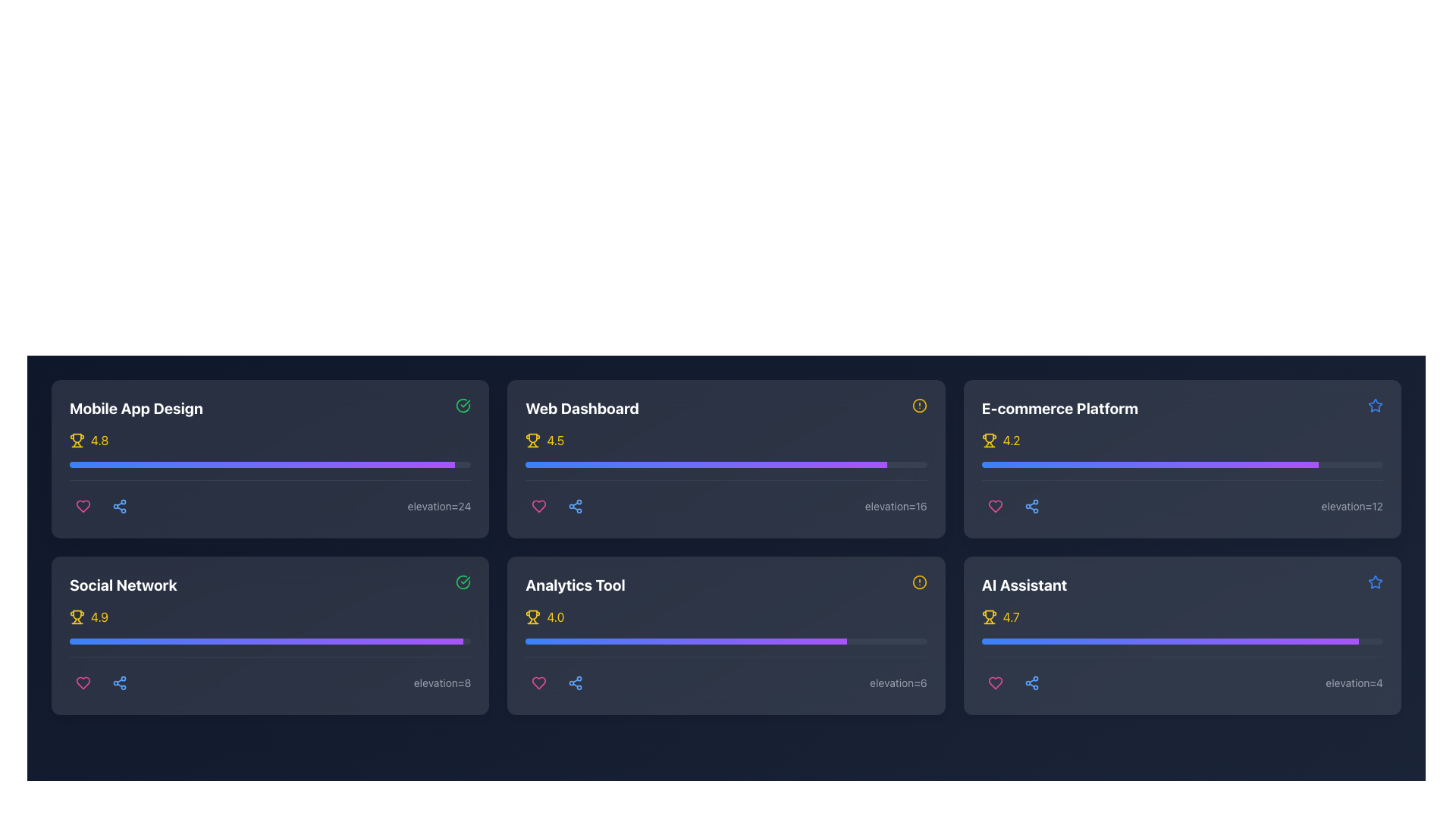 This screenshot has height=819, width=1456. Describe the element at coordinates (1181, 641) in the screenshot. I see `the Progress bar that visually represents the completion metric associated with the 'AI Assistant' entity, located in the bottom-right section of the interface grid, beneath the rating text and trophy icon` at that location.